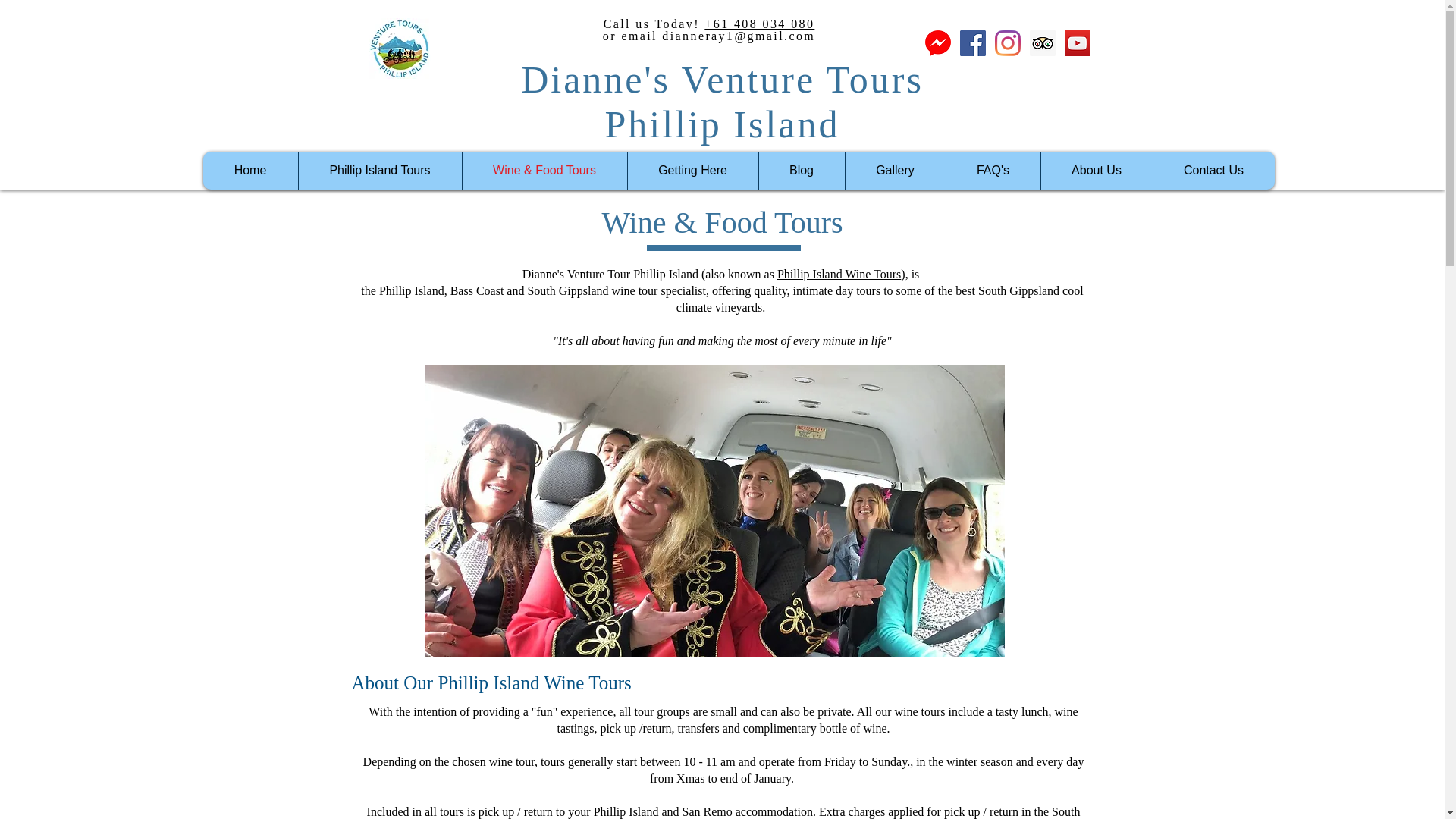 The height and width of the screenshot is (819, 1456). Describe the element at coordinates (626, 170) in the screenshot. I see `'Getting Here'` at that location.